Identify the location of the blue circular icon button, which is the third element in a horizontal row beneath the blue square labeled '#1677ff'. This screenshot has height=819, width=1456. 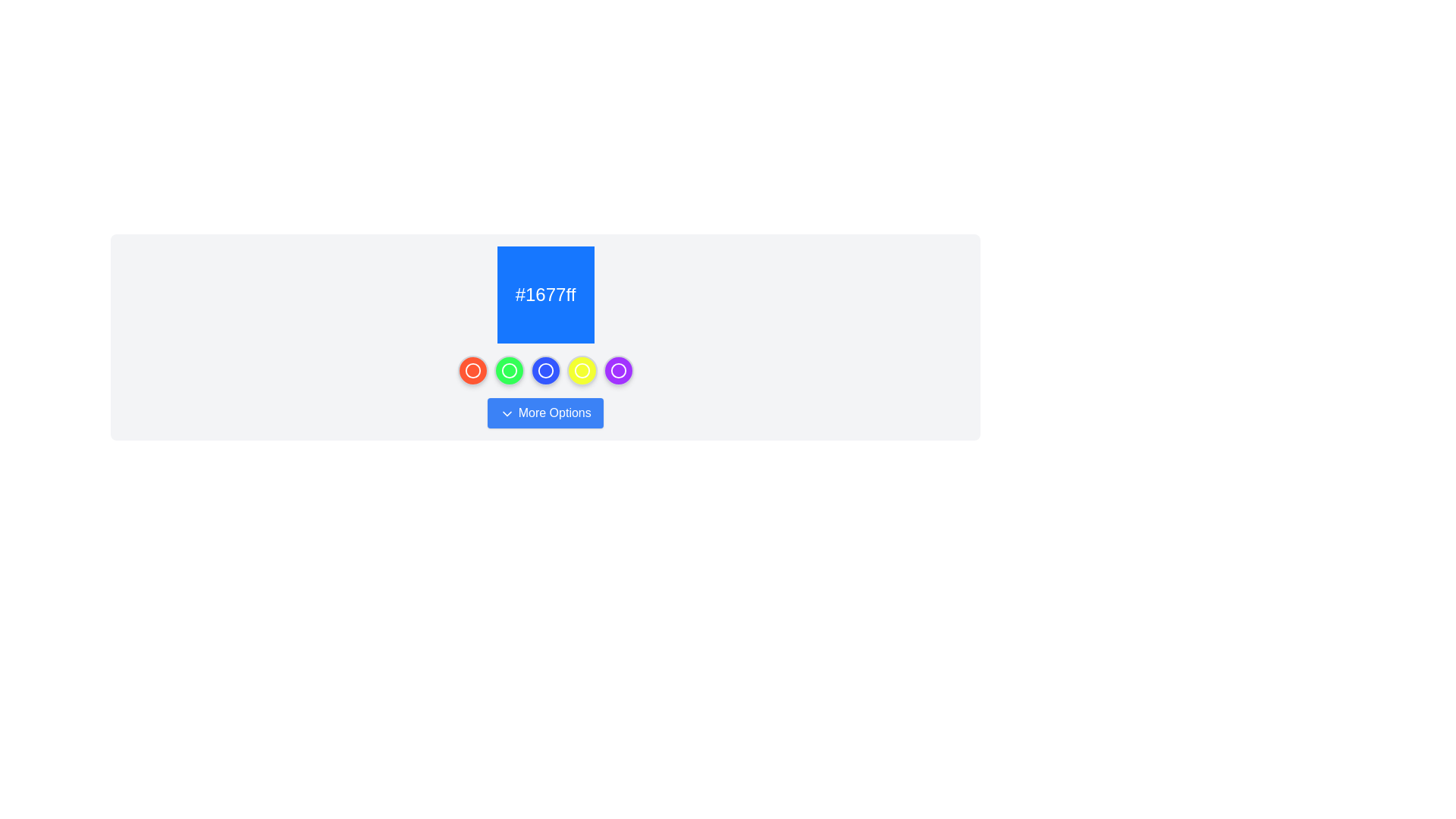
(545, 371).